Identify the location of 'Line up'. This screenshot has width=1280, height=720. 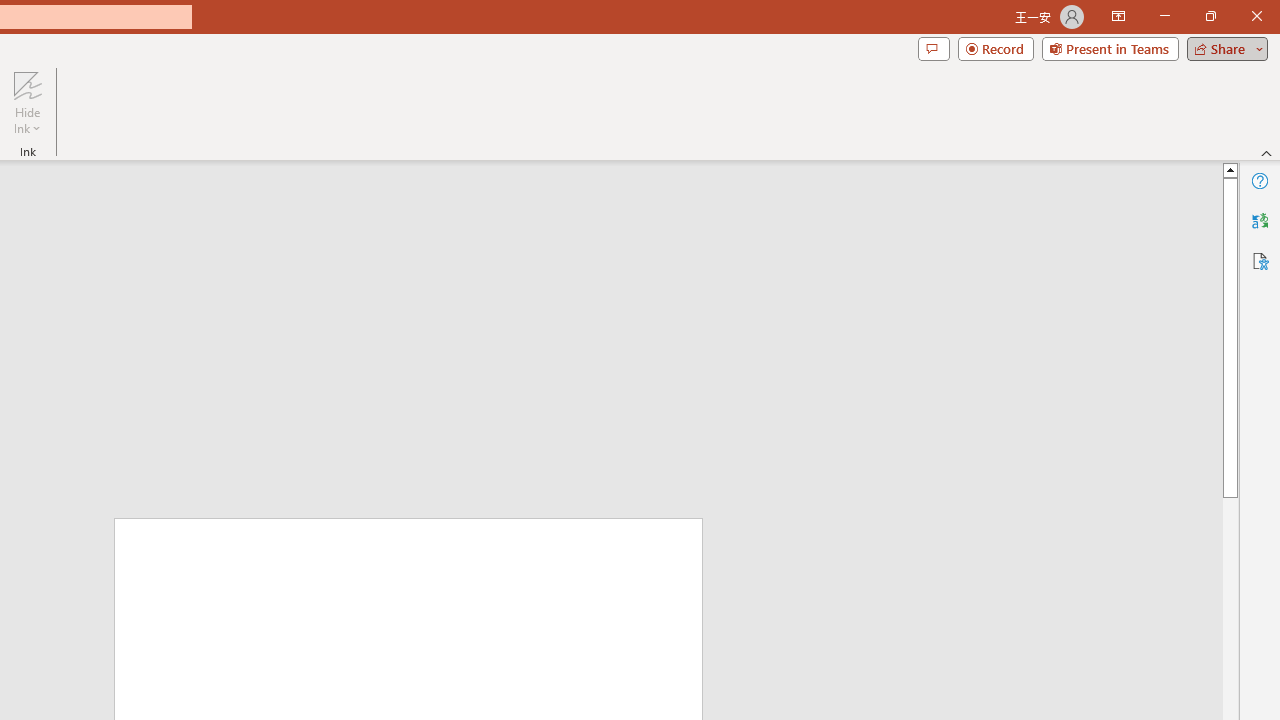
(1229, 168).